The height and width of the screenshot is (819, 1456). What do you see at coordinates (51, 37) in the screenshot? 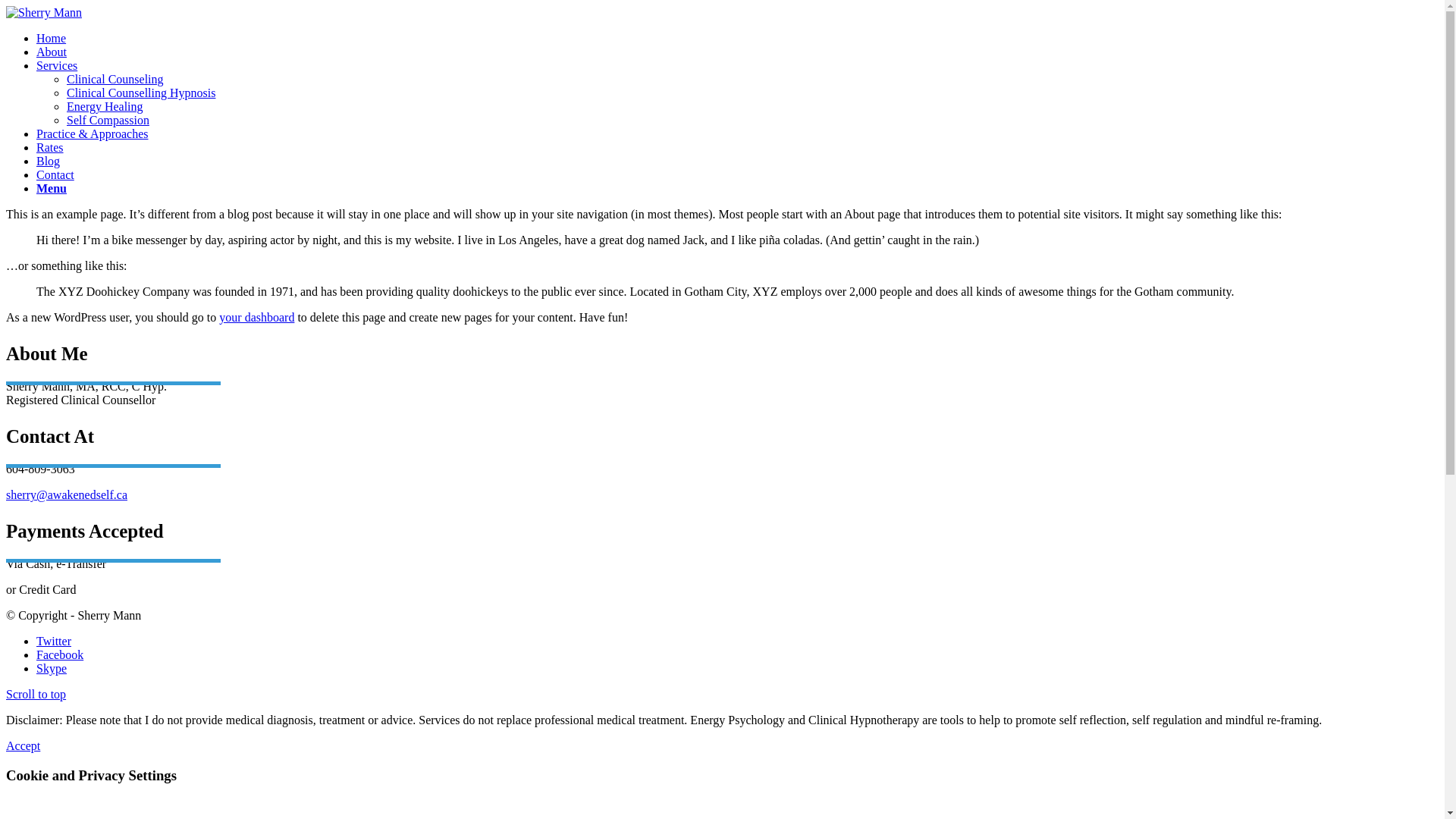
I see `'Home'` at bounding box center [51, 37].